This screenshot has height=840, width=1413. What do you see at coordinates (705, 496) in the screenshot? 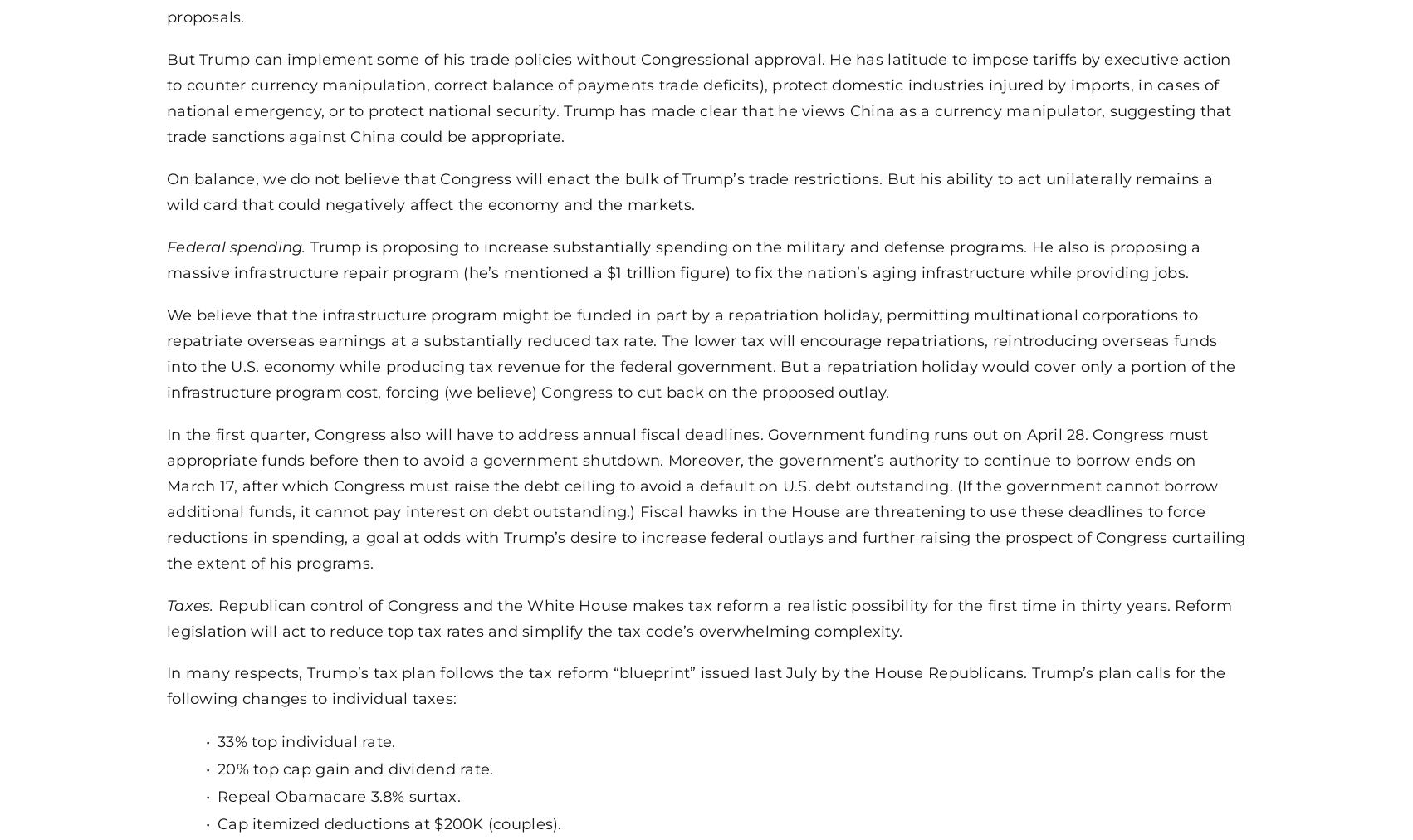
I see `'In the first quarter, Congress also will have to address annual fiscal deadlines. Government funding runs out on April 28. Congress must appropriate funds before then to avoid a government shutdown. Moreover, the government’s authority to continue to borrow ends on March 17, after which Congress must raise the debt ceiling to avoid a default on U.S. debt outstanding. (If the government cannot borrow additional funds, it cannot pay interest on debt outstanding.) Fiscal hawks in the House are threatening to use these deadlines to force reductions in spending, a goal at odds with Trump’s desire to increase federal outlays and further raising the prospect of Congress curtailing the extent of his programs.'` at bounding box center [705, 496].